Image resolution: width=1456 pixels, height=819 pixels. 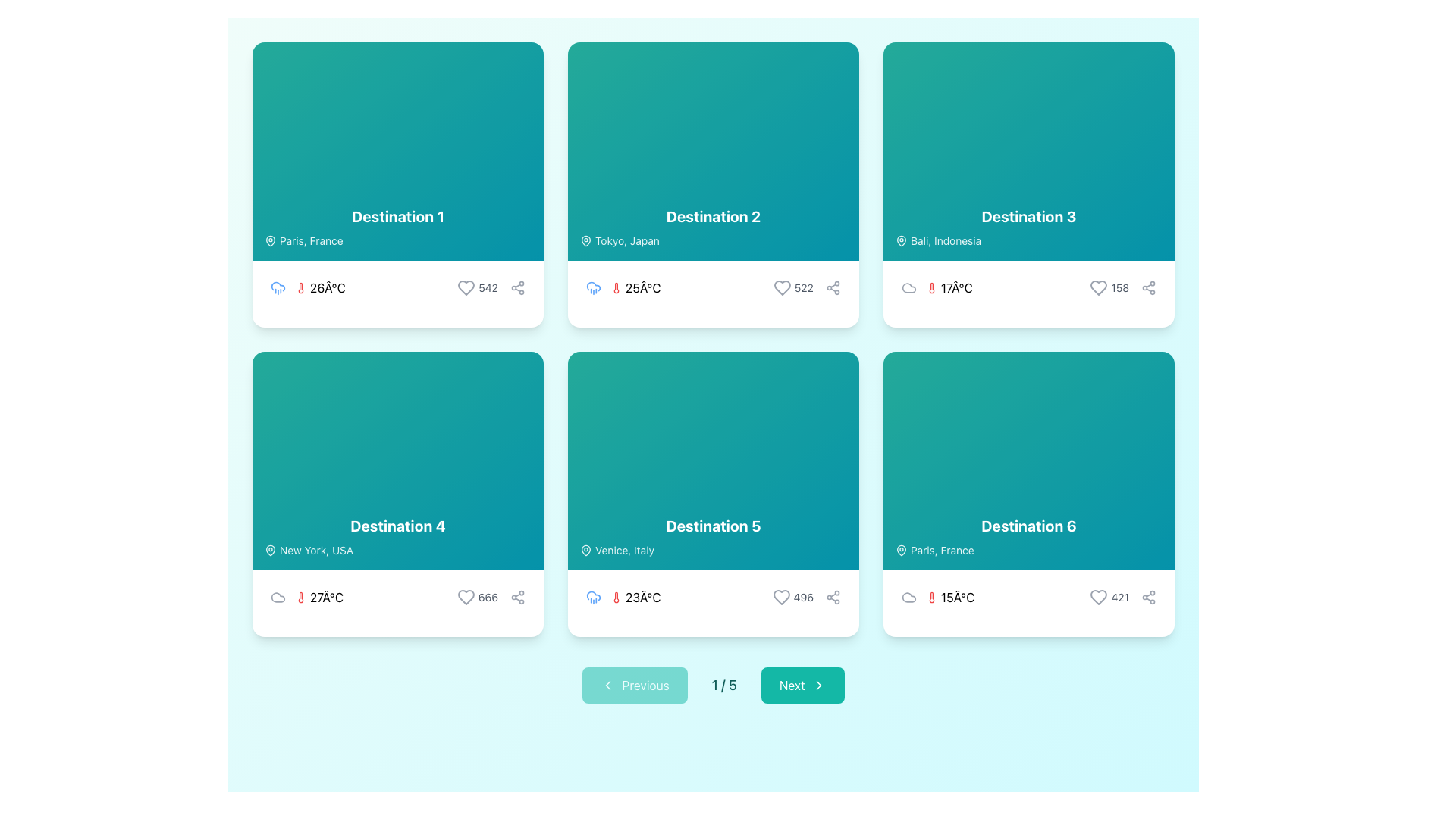 What do you see at coordinates (792, 288) in the screenshot?
I see `like count displayed next to the heart-shaped icon in the interactive group located at the bottom-right of the 'Destination 2' card` at bounding box center [792, 288].